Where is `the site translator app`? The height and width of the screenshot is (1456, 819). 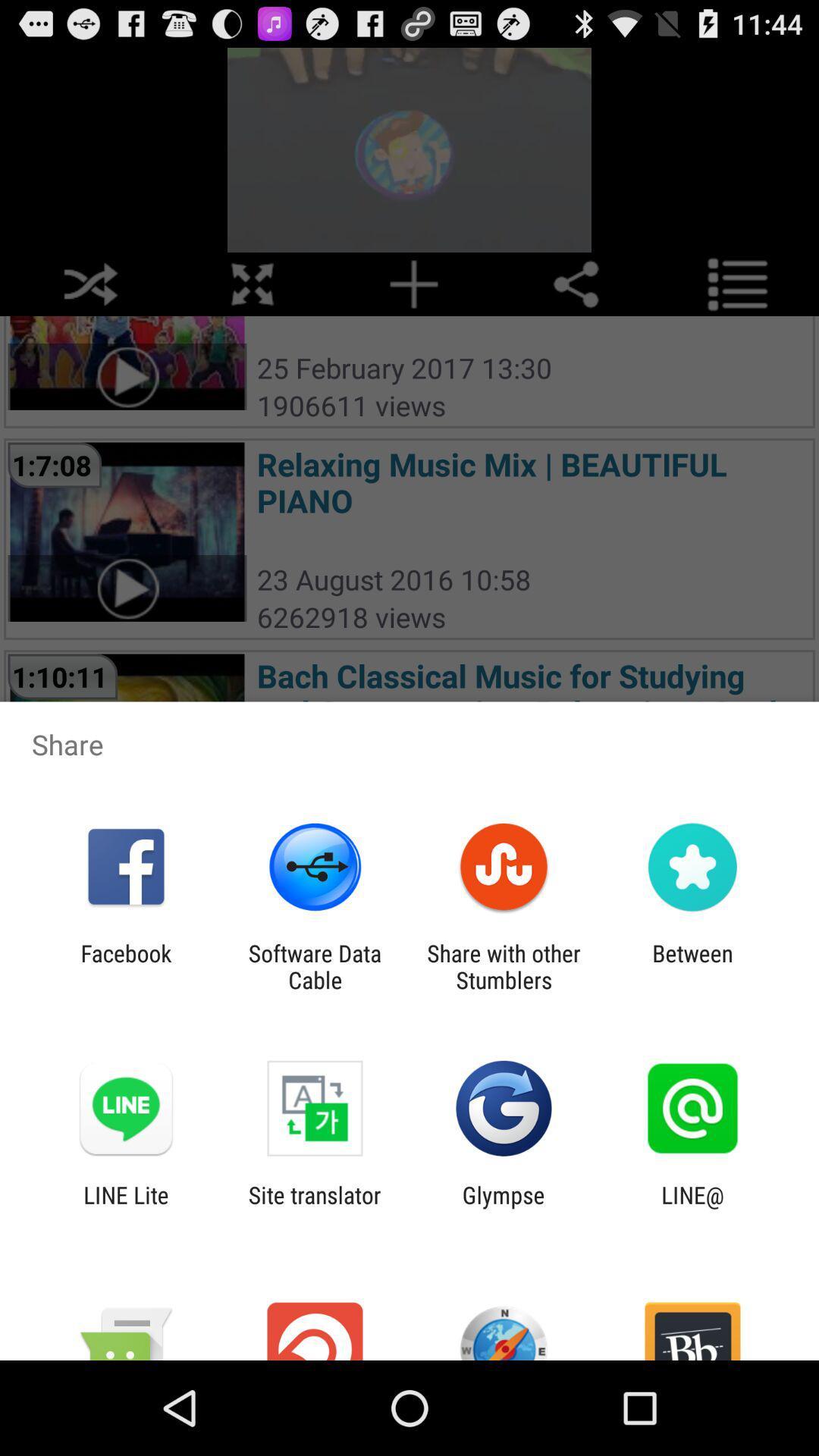 the site translator app is located at coordinates (314, 1207).